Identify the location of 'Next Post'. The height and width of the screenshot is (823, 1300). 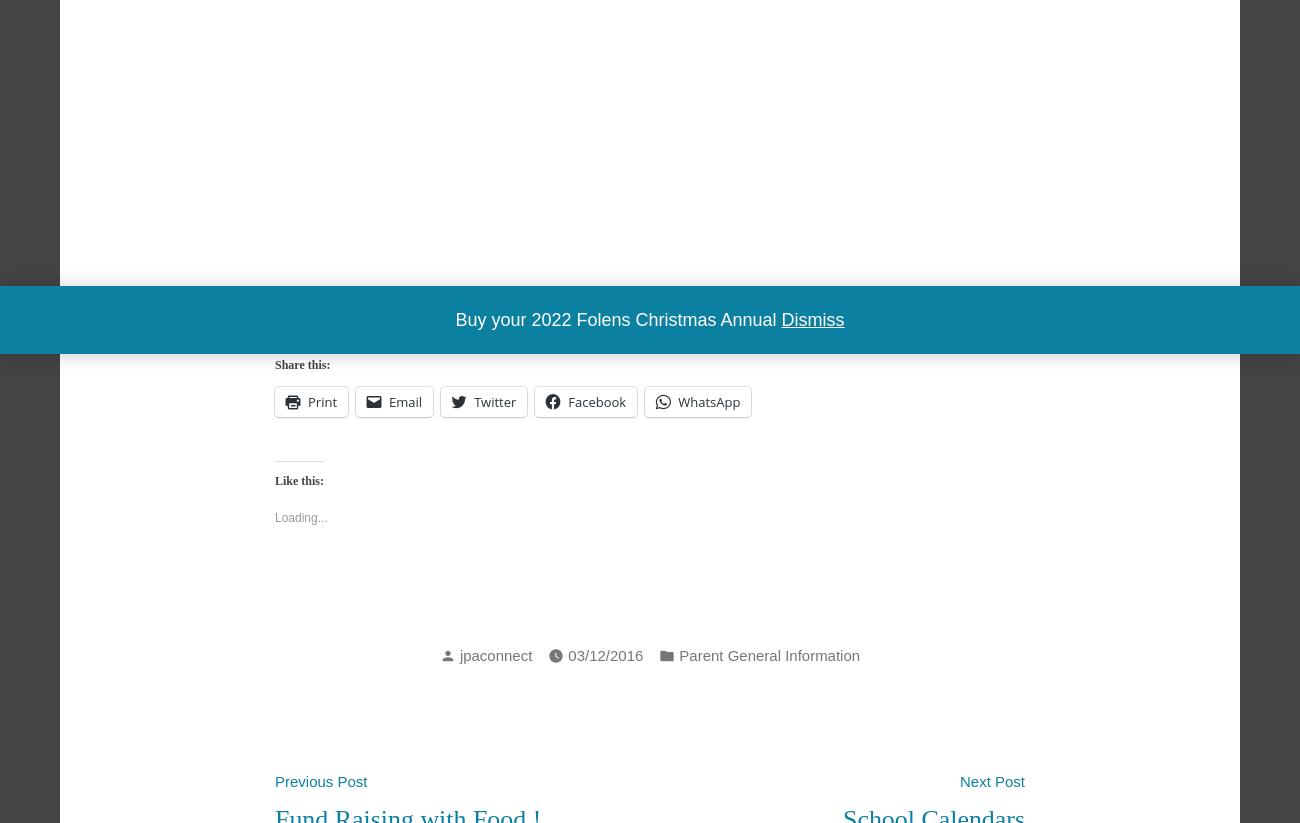
(960, 780).